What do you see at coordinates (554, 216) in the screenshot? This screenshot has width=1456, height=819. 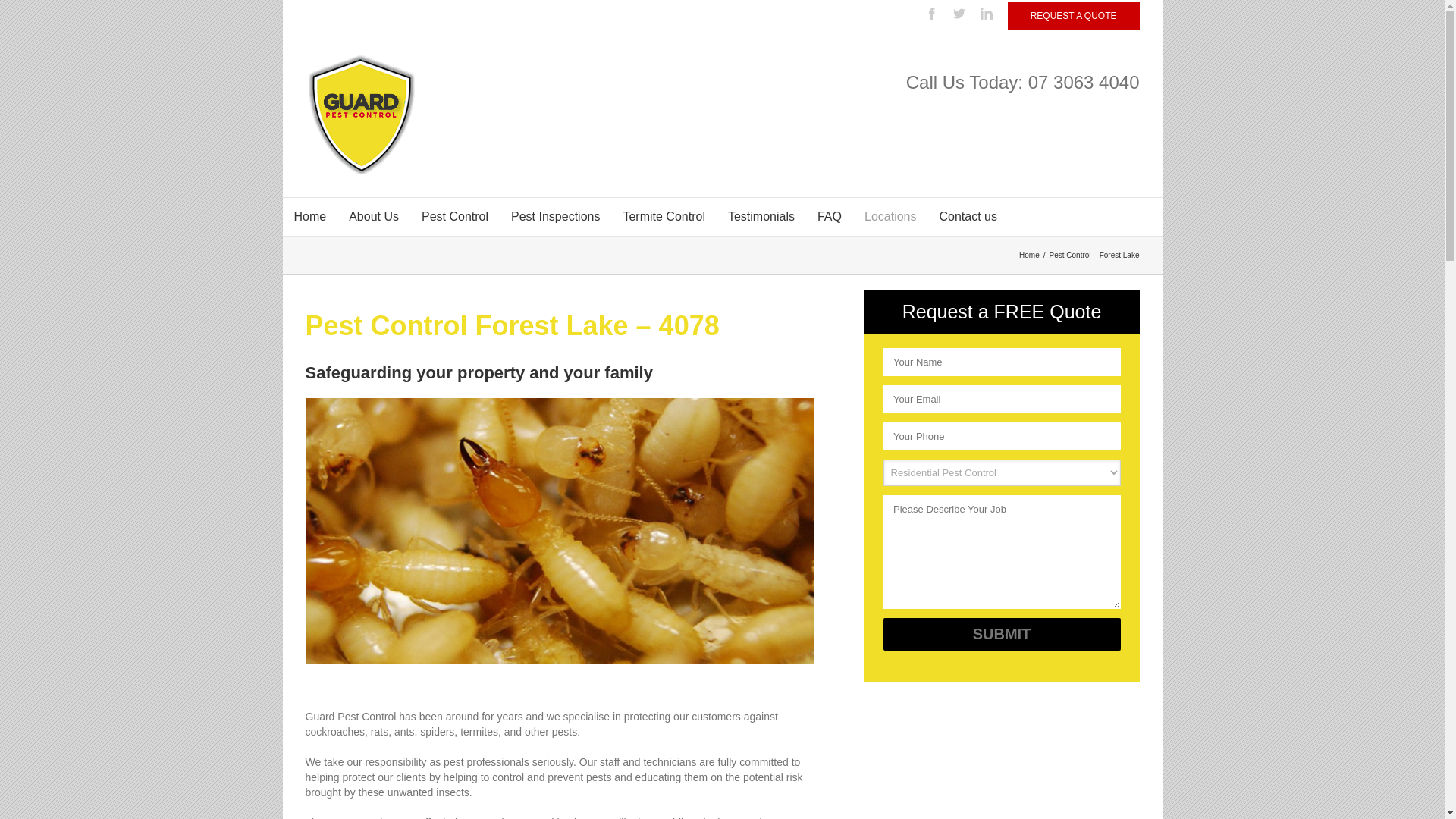 I see `'Pest Inspections'` at bounding box center [554, 216].